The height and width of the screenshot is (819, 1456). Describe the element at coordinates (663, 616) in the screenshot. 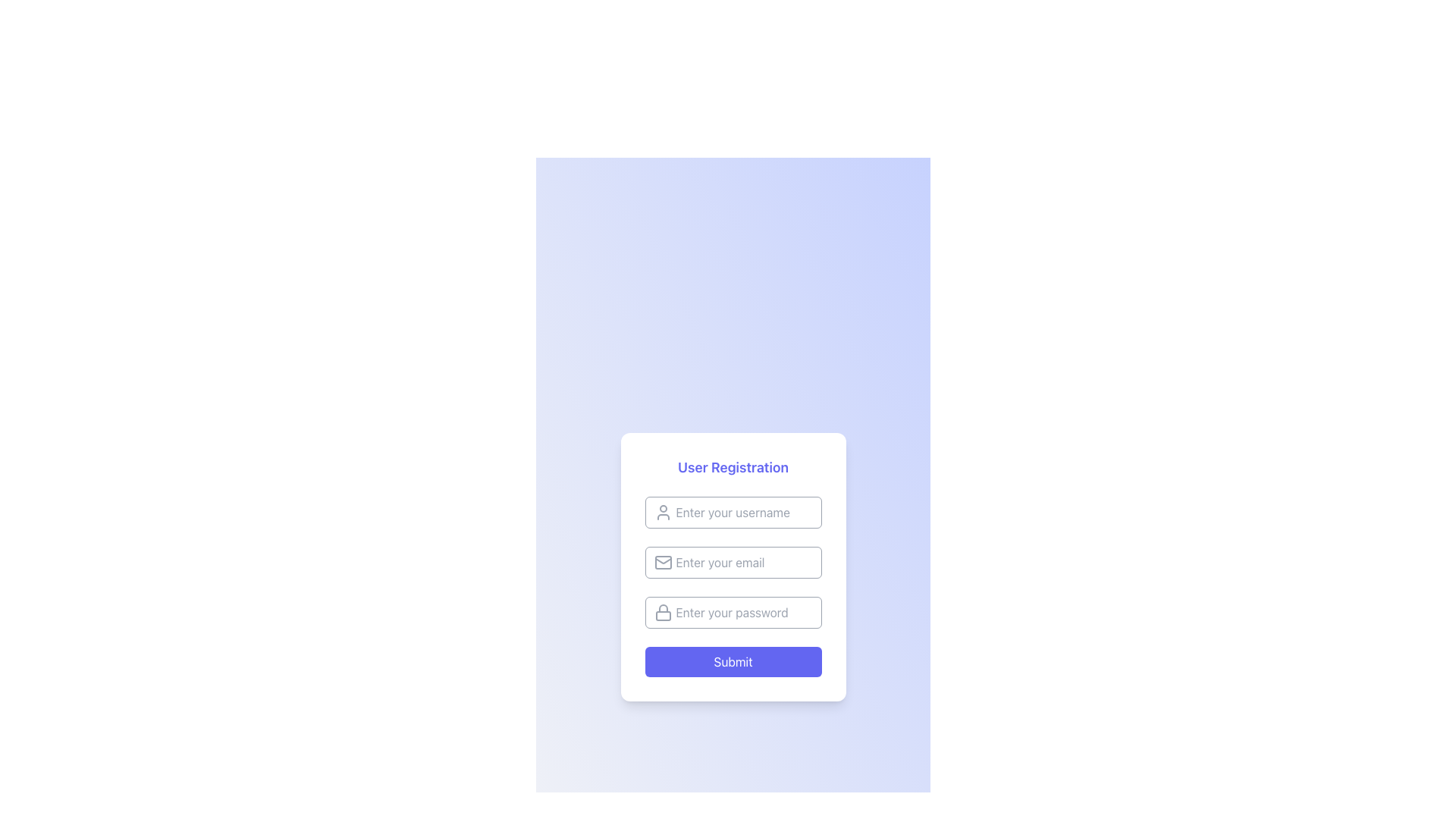

I see `the lower rectangular component of the lock icon, which is styled in a minimalist fashion and located to the left of the 'Enter your password' input field` at that location.